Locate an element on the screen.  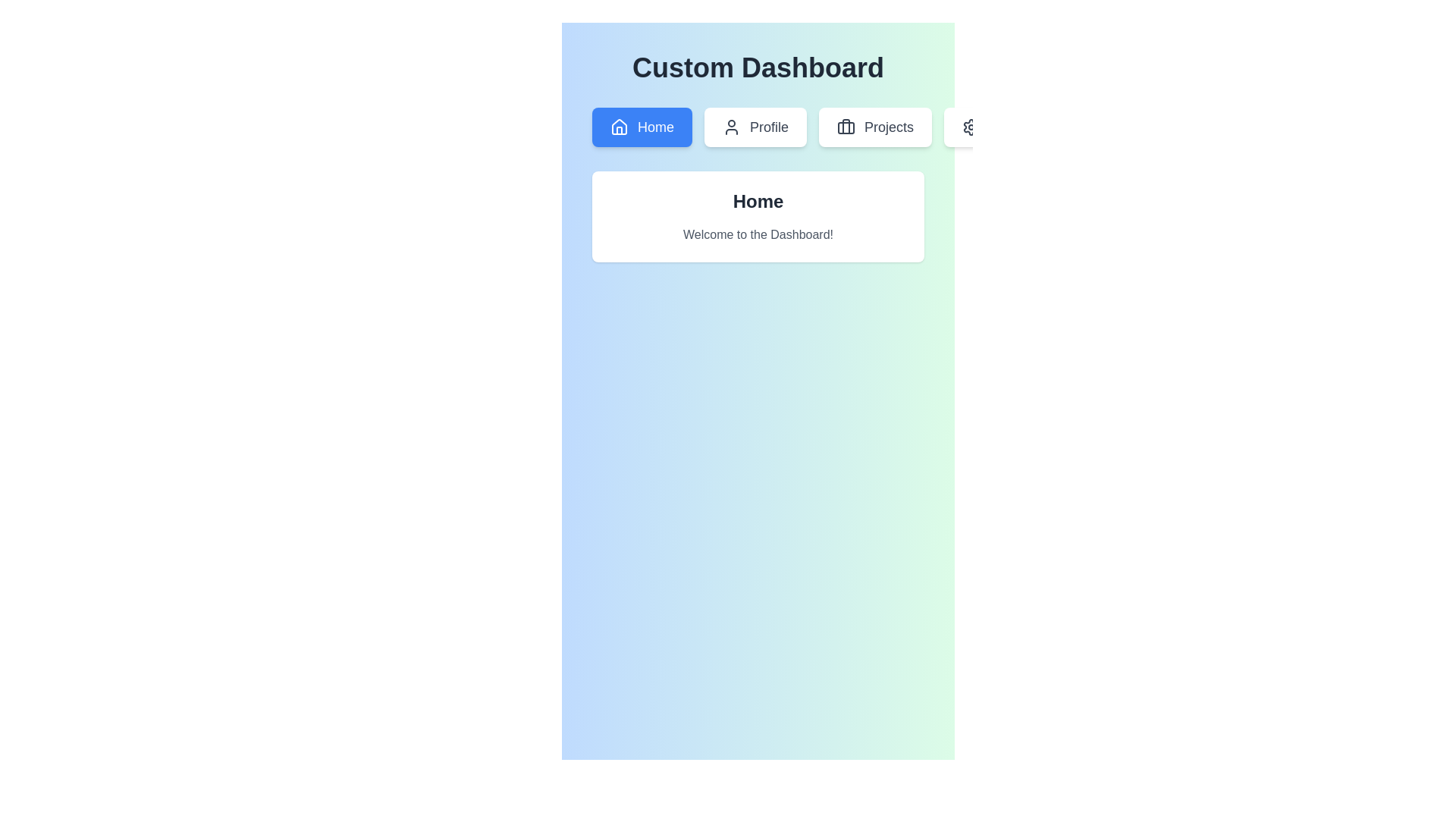
the greeting text element located beneath the 'Home' text within the white card area, which serves to greet the user and establish context for the dashboard section is located at coordinates (758, 234).